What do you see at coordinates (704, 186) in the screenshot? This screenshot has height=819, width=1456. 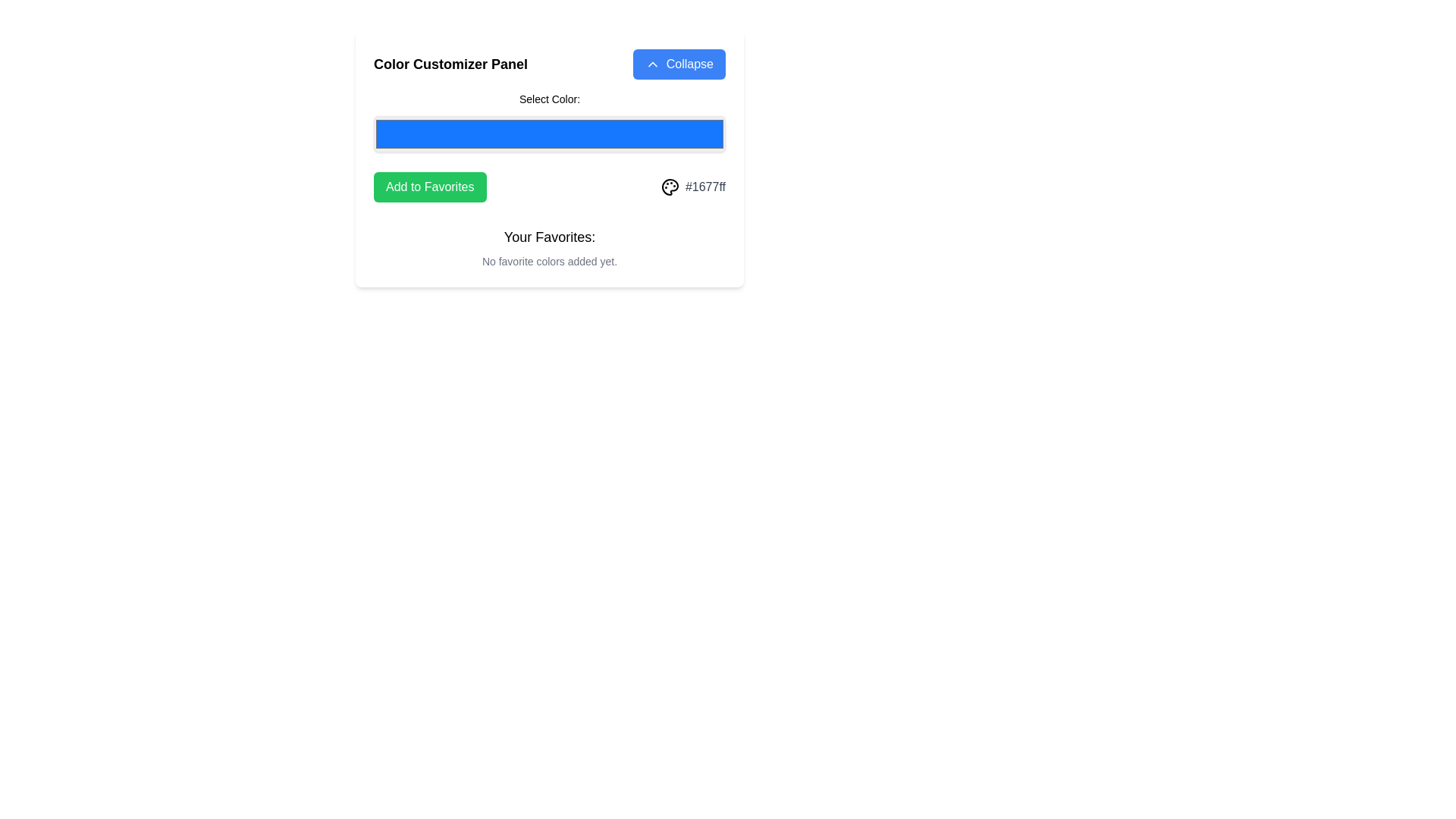 I see `displayed hexadecimal color code from the gray text label located to the right of the circular palette icon in the lower half of the color customization panel` at bounding box center [704, 186].